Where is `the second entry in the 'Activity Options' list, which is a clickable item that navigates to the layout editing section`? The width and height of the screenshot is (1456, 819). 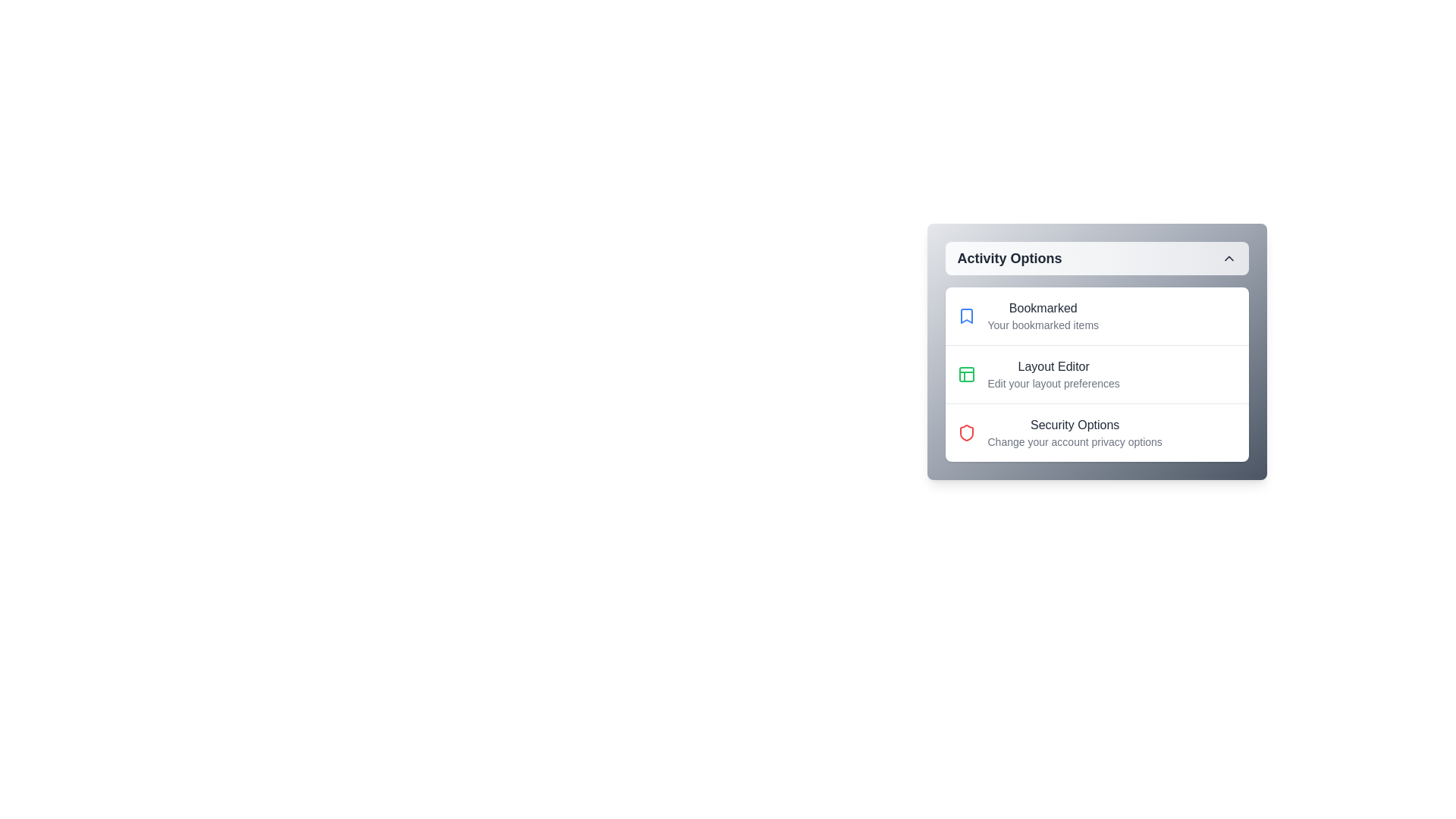
the second entry in the 'Activity Options' list, which is a clickable item that navigates to the layout editing section is located at coordinates (1097, 374).